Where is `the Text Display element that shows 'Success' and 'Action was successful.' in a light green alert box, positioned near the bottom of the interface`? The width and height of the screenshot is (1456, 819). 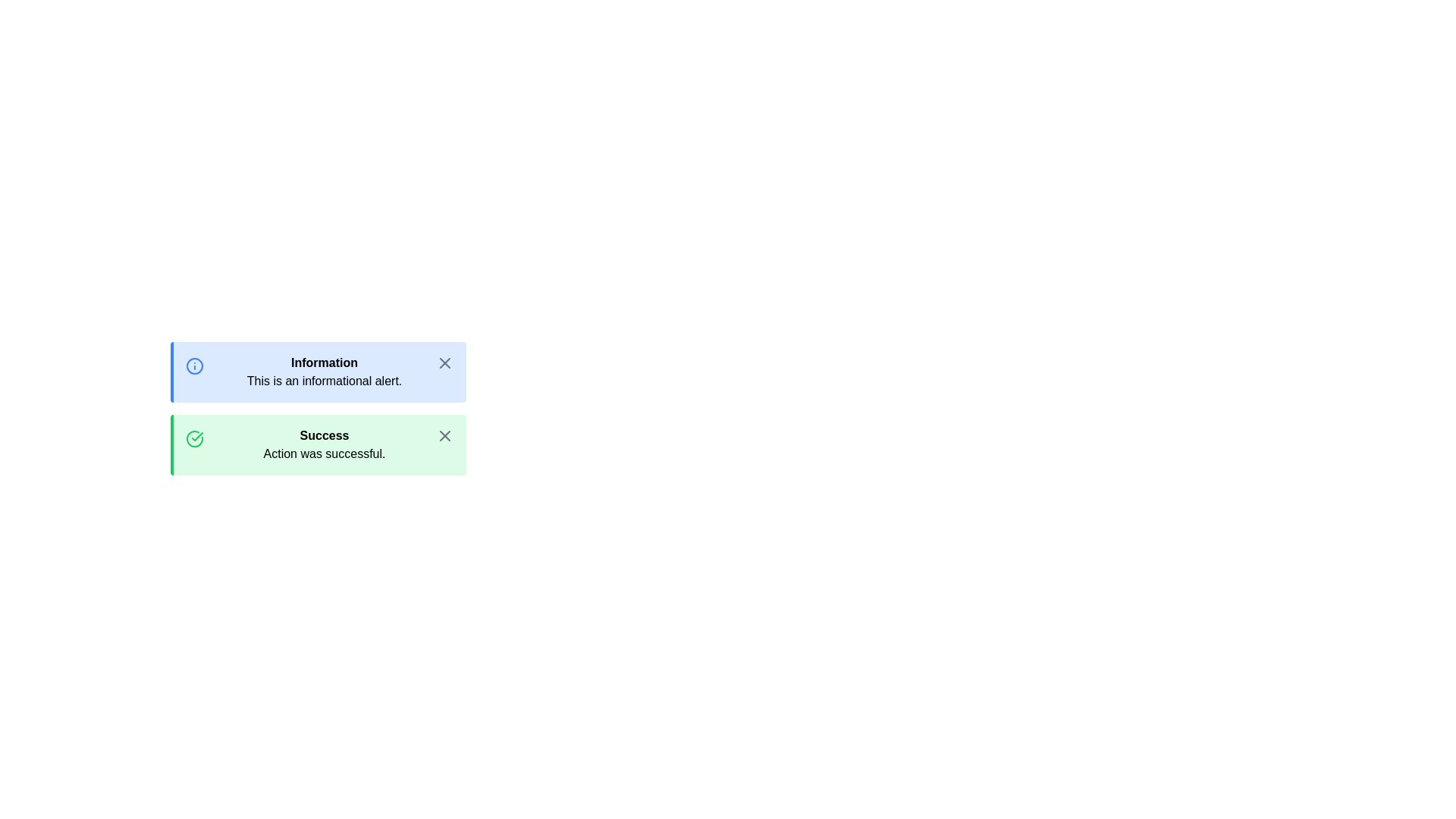
the Text Display element that shows 'Success' and 'Action was successful.' in a light green alert box, positioned near the bottom of the interface is located at coordinates (323, 444).